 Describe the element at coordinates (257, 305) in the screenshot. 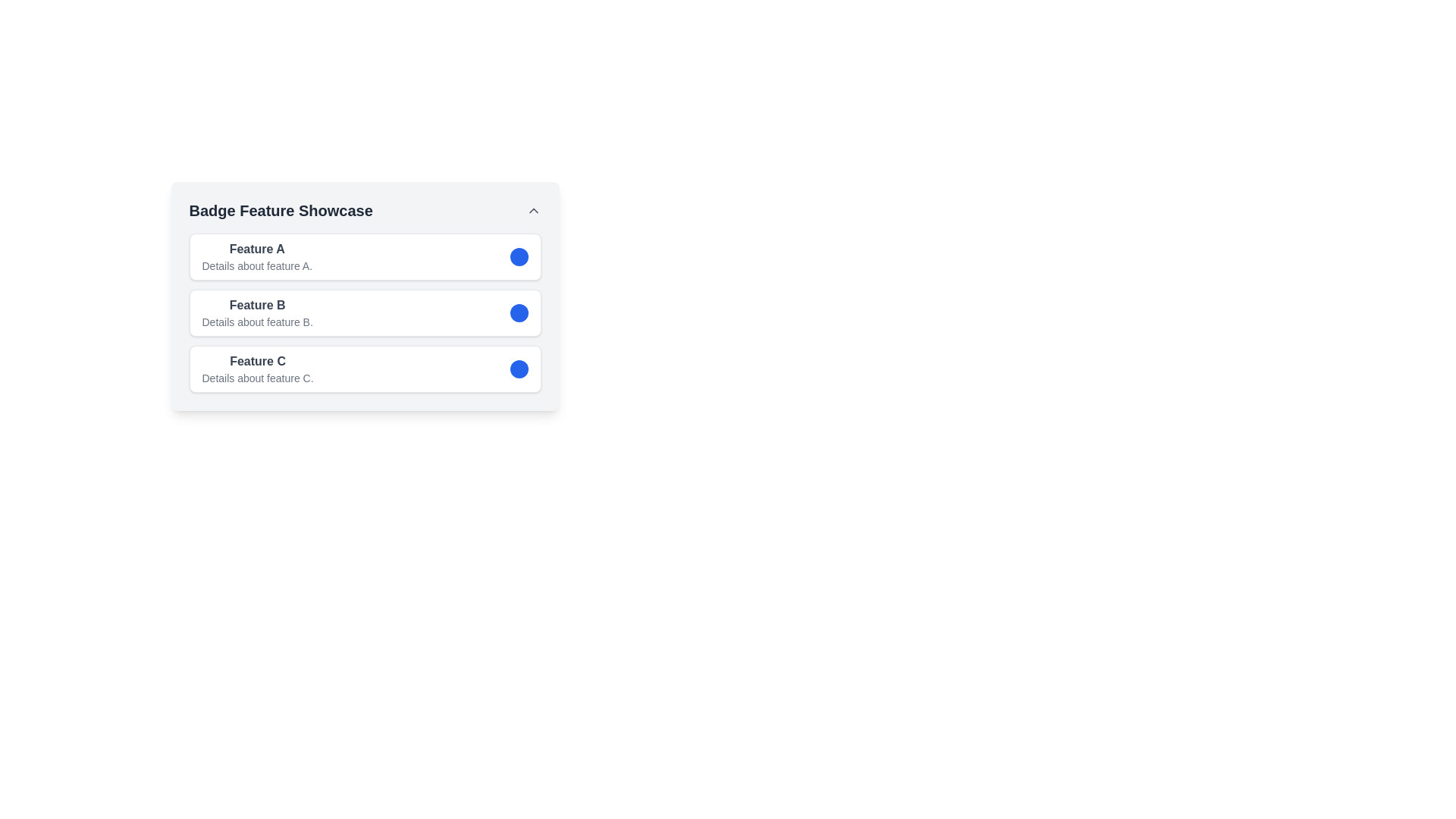

I see `the text label 'Feature B' which is styled in bold gray font and is the top text component of the middle list item in the 'Badge Feature Showcase' section` at that location.